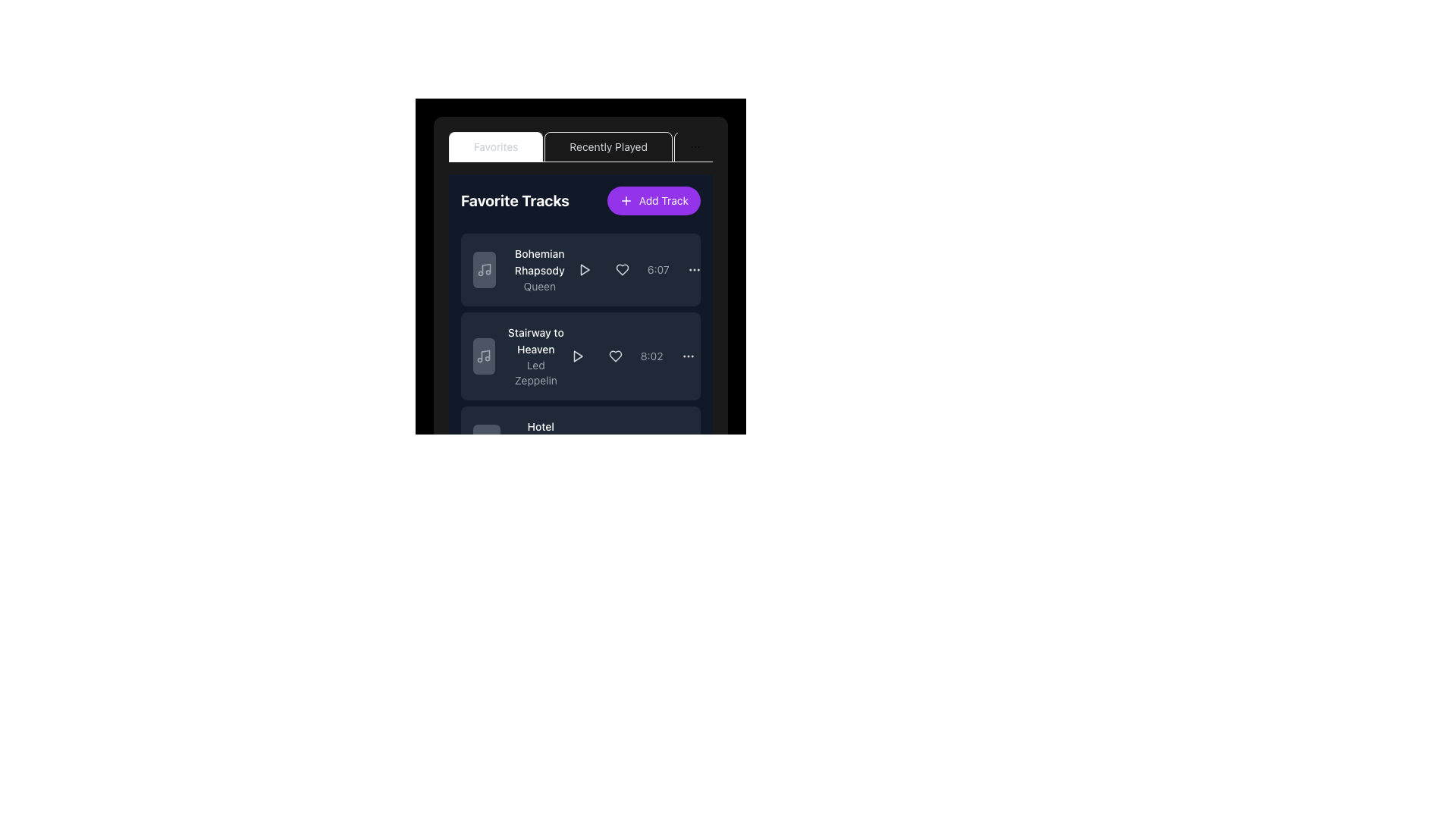  Describe the element at coordinates (541, 435) in the screenshot. I see `the text label displaying the title 'Hotel California' by 'Eagles' in the 'Favorite Tracks' section` at that location.